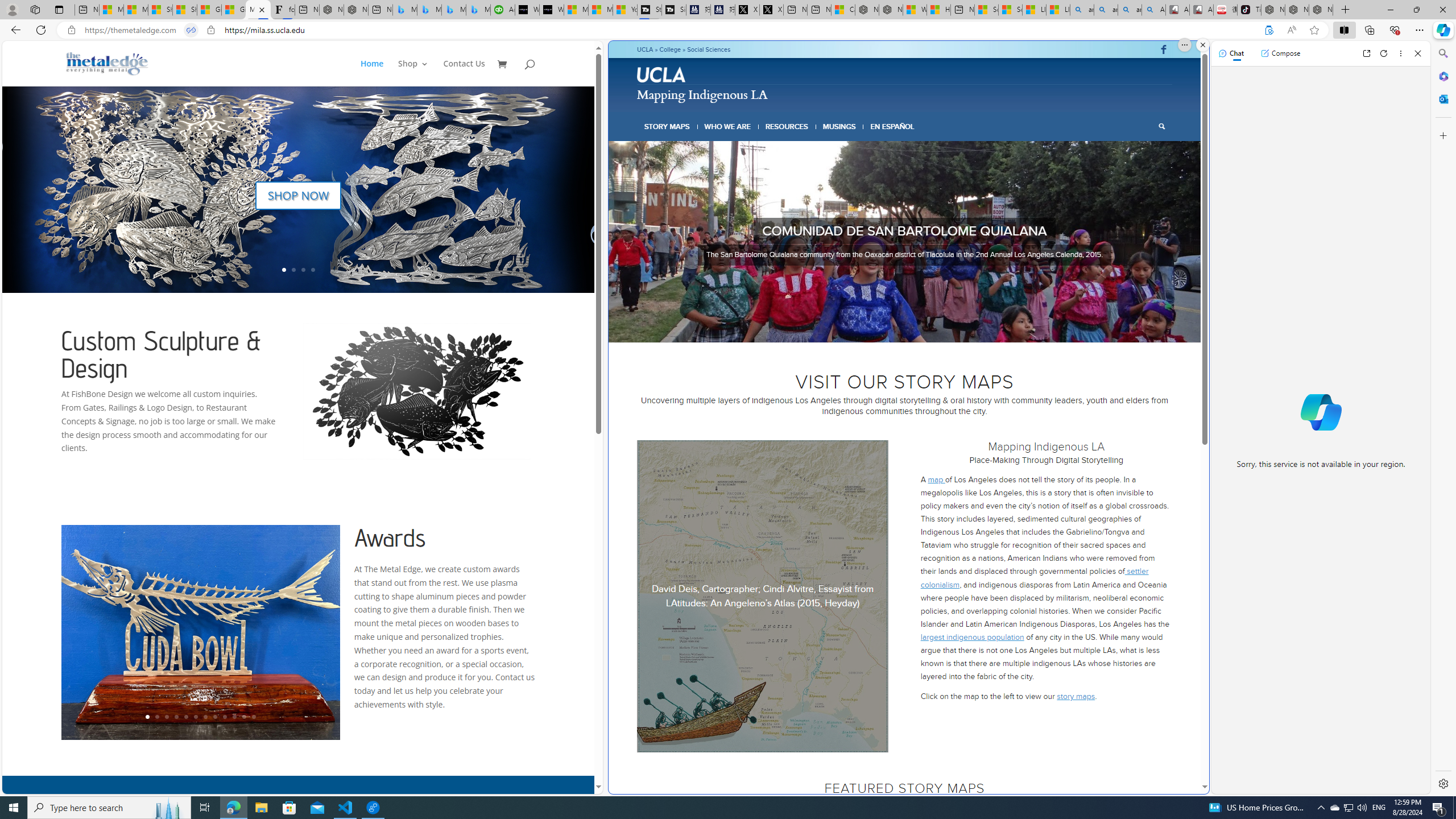 This screenshot has height=819, width=1456. I want to click on 'Microsoft Bing Travel - Stays in Bangkok, Bangkok, Thailand', so click(429, 9).